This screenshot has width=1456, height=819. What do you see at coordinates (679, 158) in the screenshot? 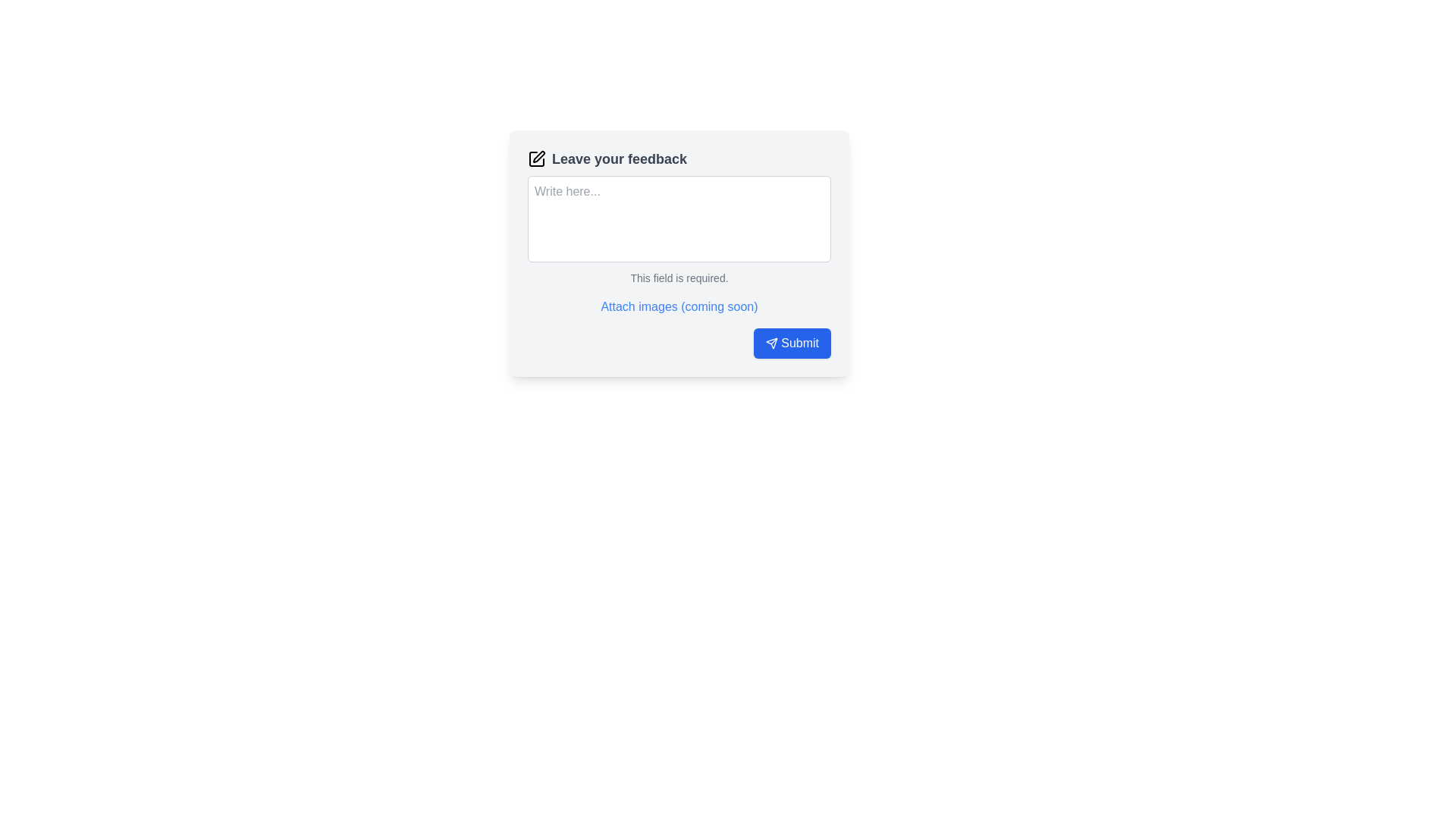
I see `the 'Leave your feedback' label with the pencil icon, which is positioned at the top of the feedback form, directly above the input area` at bounding box center [679, 158].